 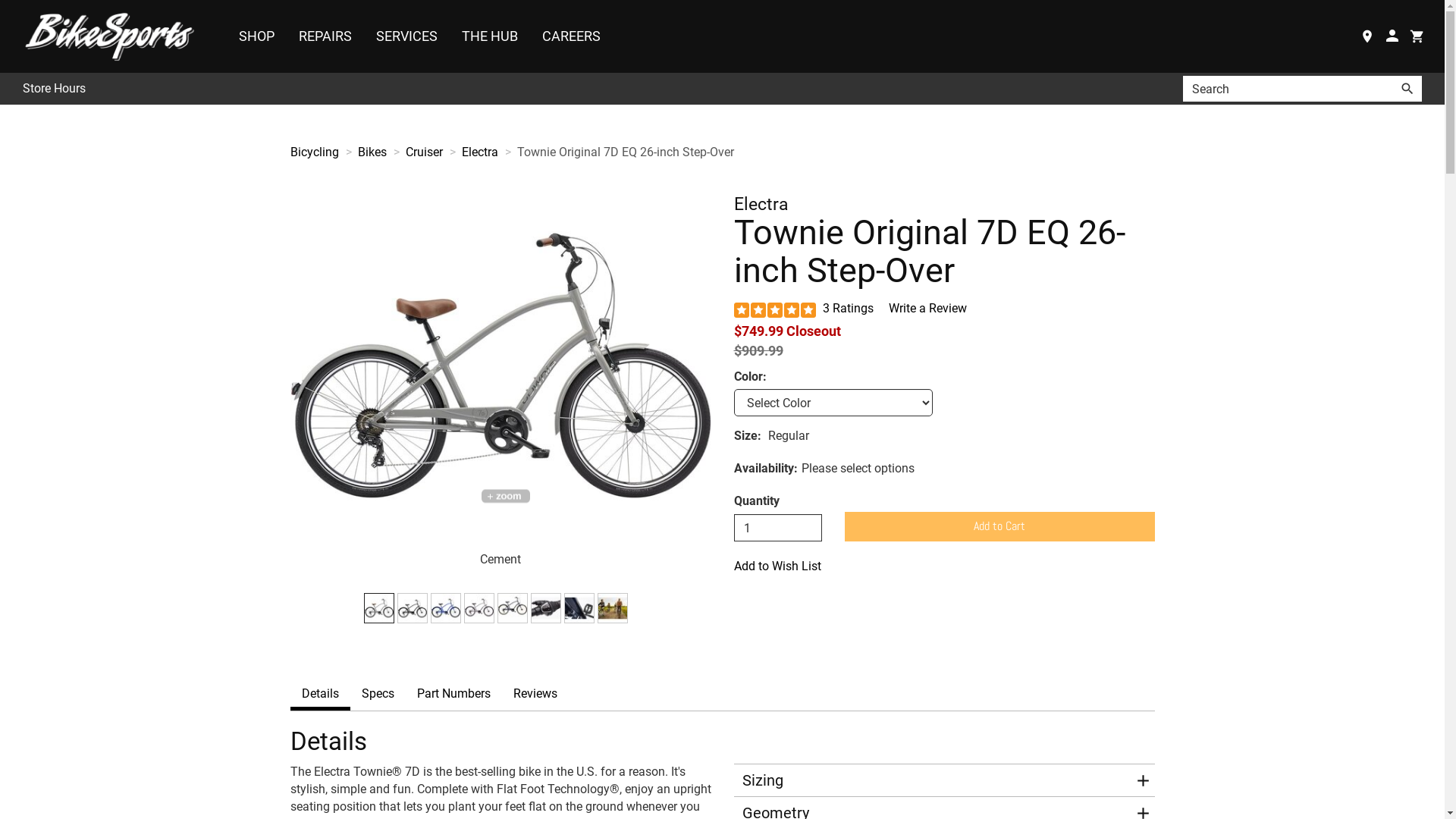 What do you see at coordinates (531, 35) in the screenshot?
I see `'CAREERS'` at bounding box center [531, 35].